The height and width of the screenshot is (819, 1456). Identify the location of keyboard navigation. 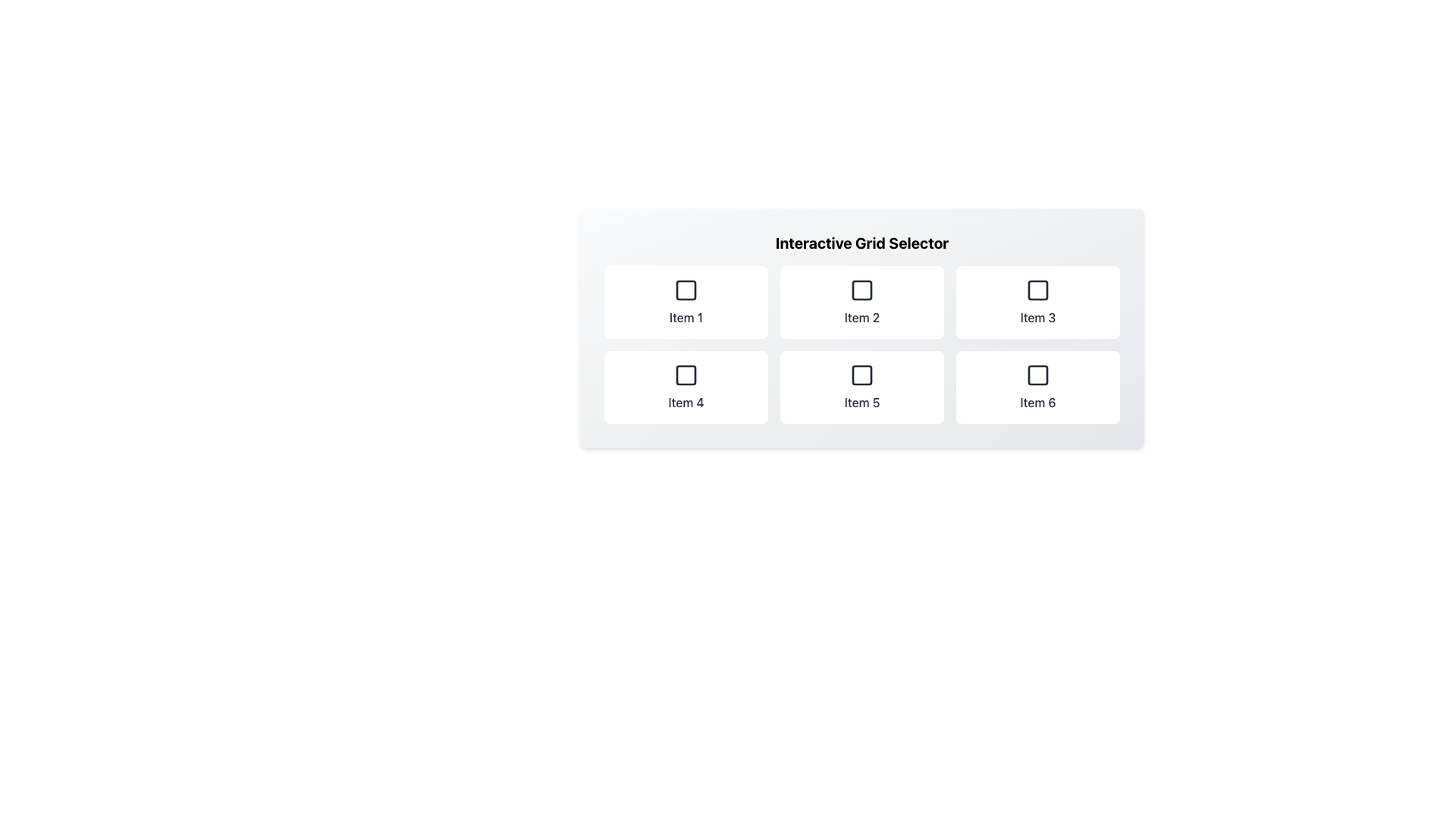
(1037, 386).